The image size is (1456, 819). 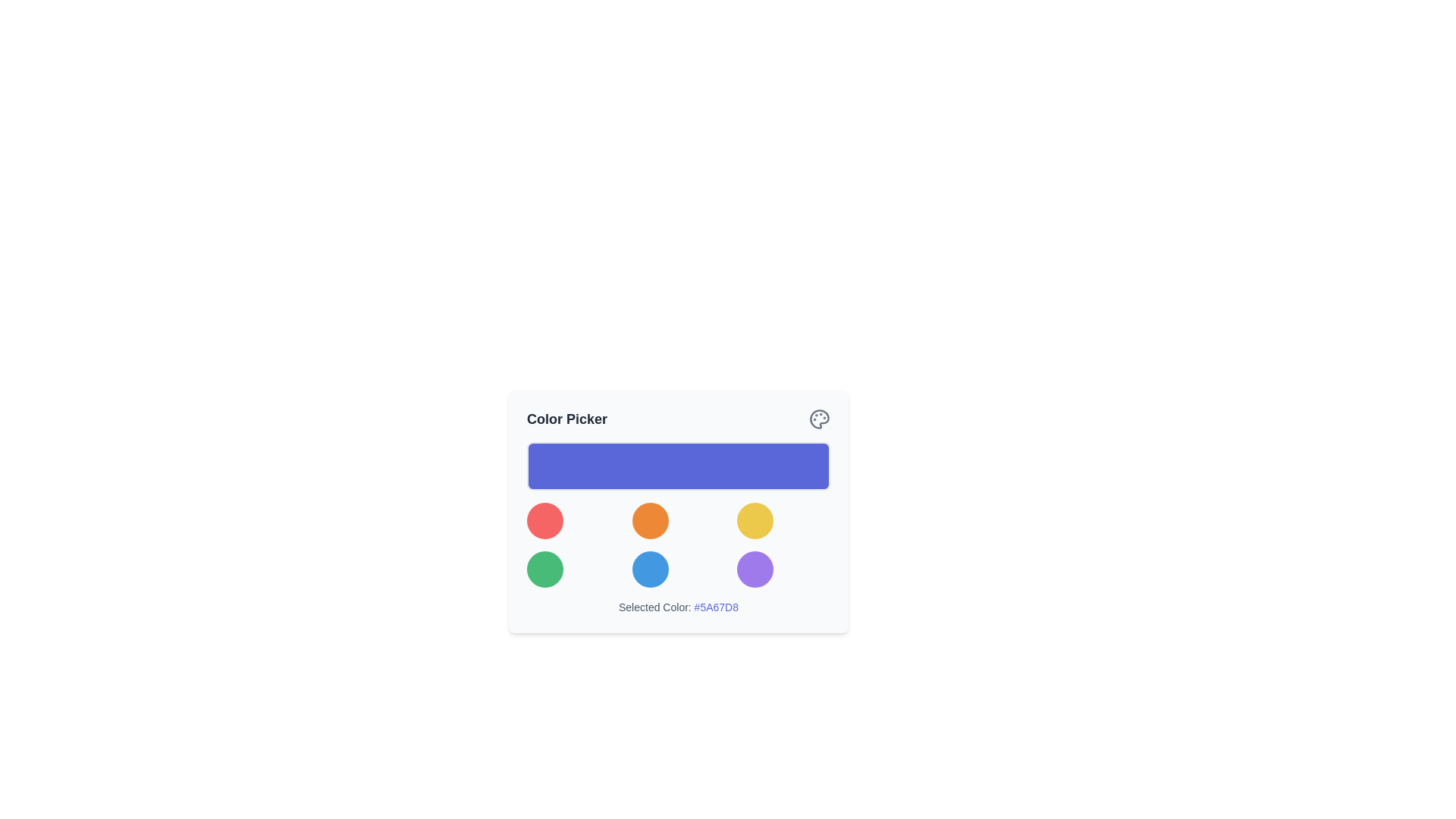 What do you see at coordinates (715, 607) in the screenshot?
I see `the text label that displays the selected color code in the color picker interface, located below the 'Selected Color:' label` at bounding box center [715, 607].